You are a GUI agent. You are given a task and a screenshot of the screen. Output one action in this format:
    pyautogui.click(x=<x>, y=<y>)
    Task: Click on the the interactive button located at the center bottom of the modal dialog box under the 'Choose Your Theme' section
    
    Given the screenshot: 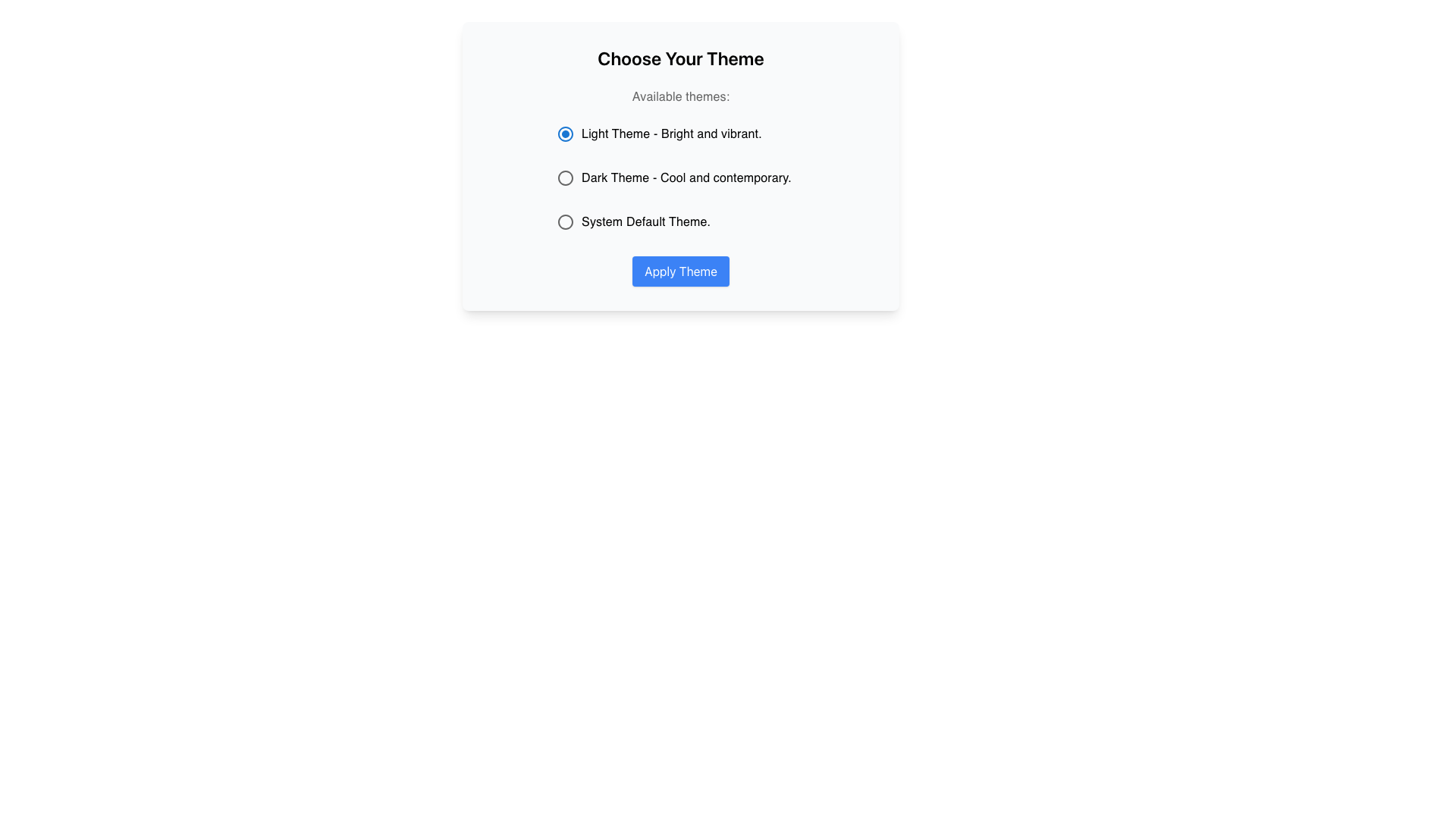 What is the action you would take?
    pyautogui.click(x=679, y=271)
    